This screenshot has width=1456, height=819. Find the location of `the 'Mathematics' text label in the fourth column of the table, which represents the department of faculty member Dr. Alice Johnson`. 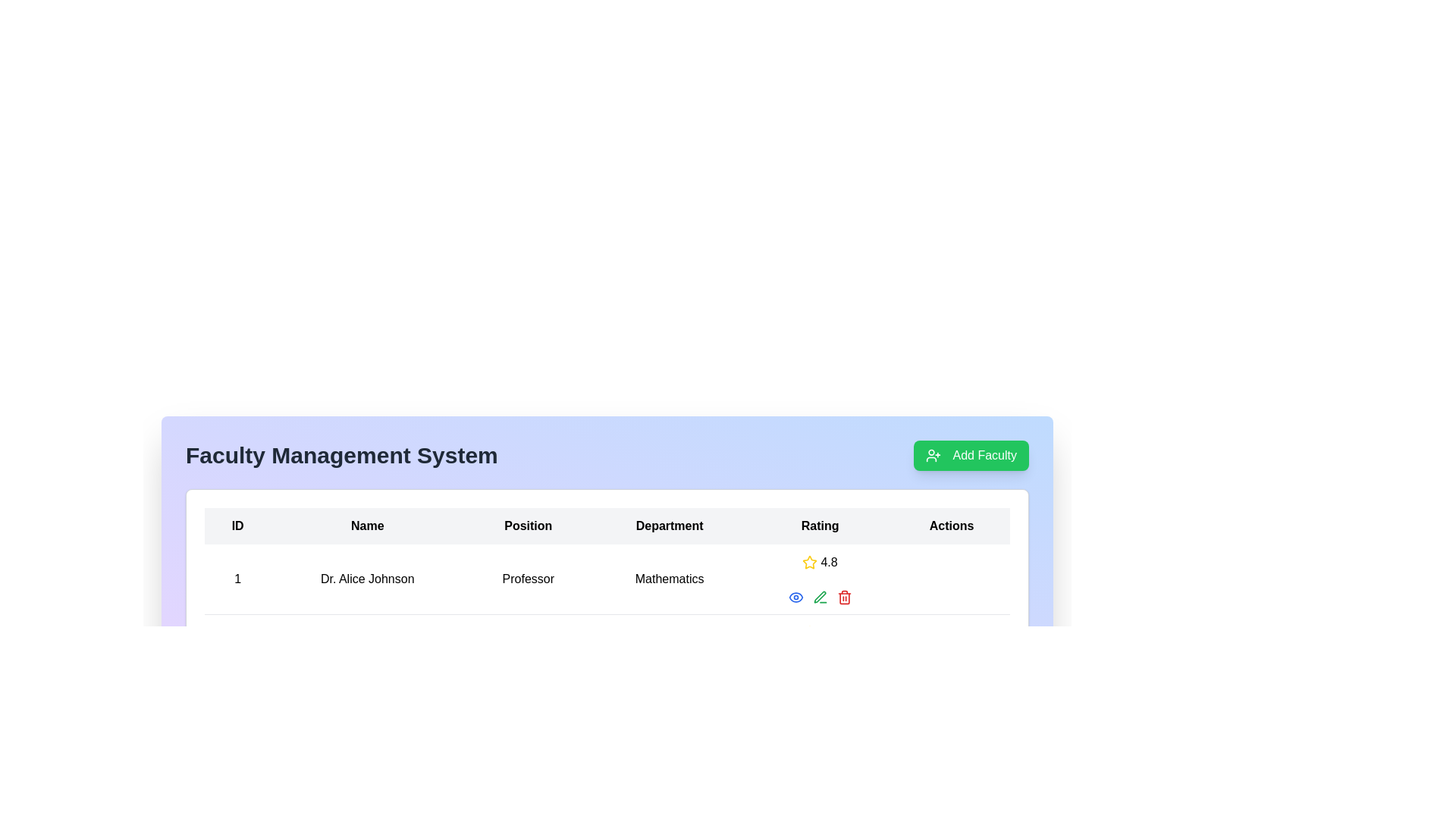

the 'Mathematics' text label in the fourth column of the table, which represents the department of faculty member Dr. Alice Johnson is located at coordinates (669, 579).